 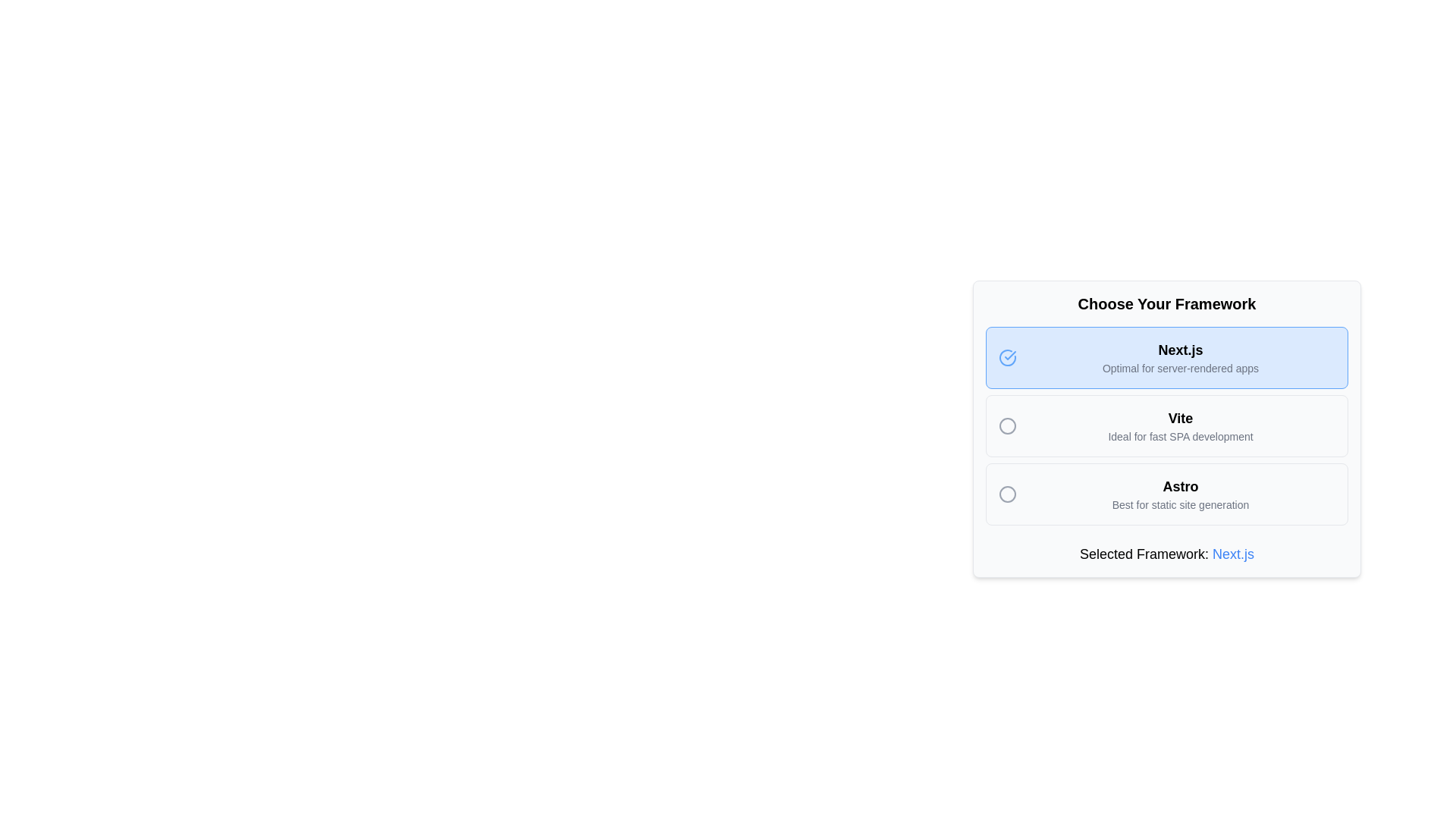 What do you see at coordinates (1008, 494) in the screenshot?
I see `the selectable circular icon for the 'Astro' framework option in the radio button group` at bounding box center [1008, 494].